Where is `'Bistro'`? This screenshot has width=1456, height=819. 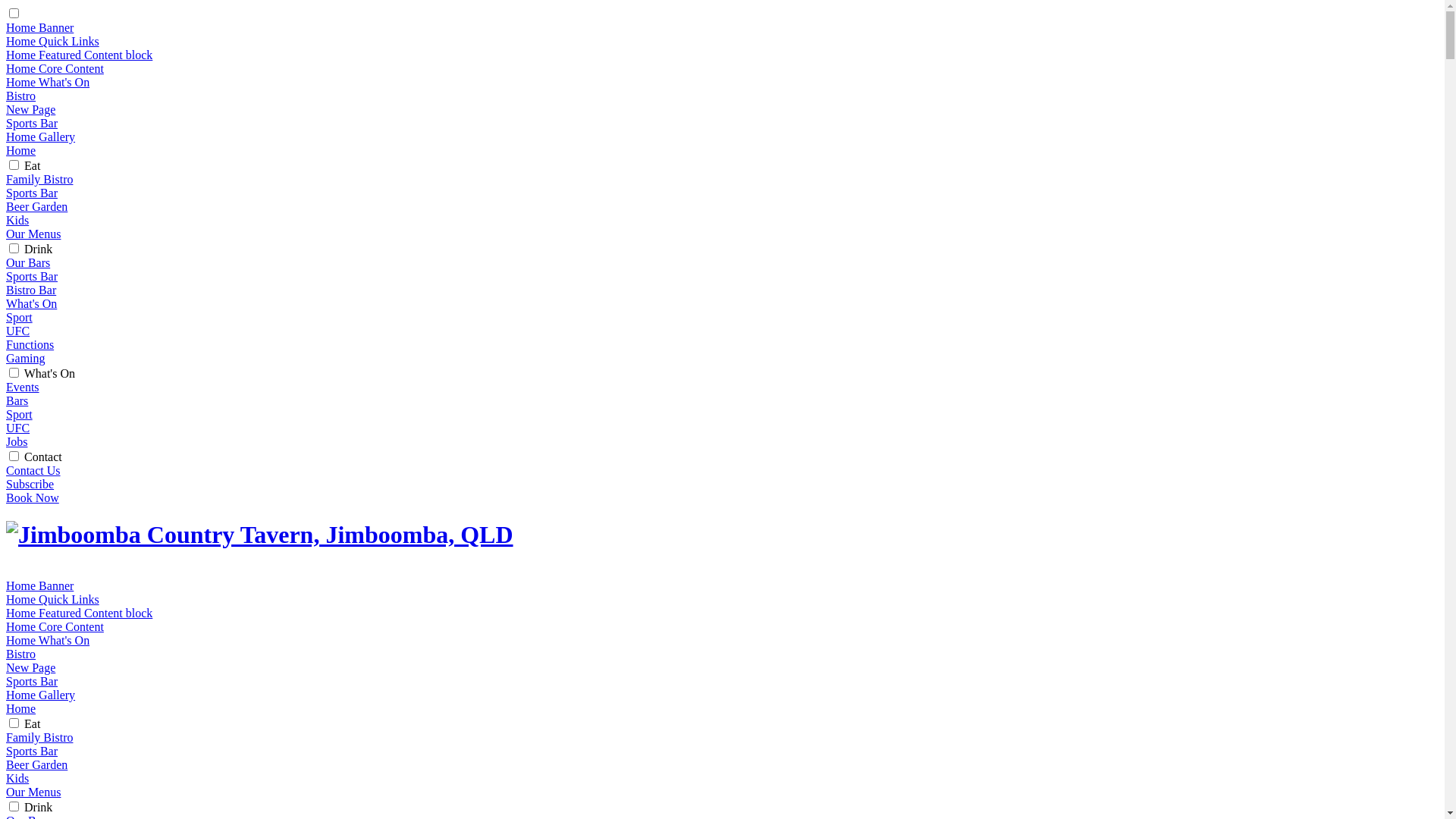 'Bistro' is located at coordinates (20, 96).